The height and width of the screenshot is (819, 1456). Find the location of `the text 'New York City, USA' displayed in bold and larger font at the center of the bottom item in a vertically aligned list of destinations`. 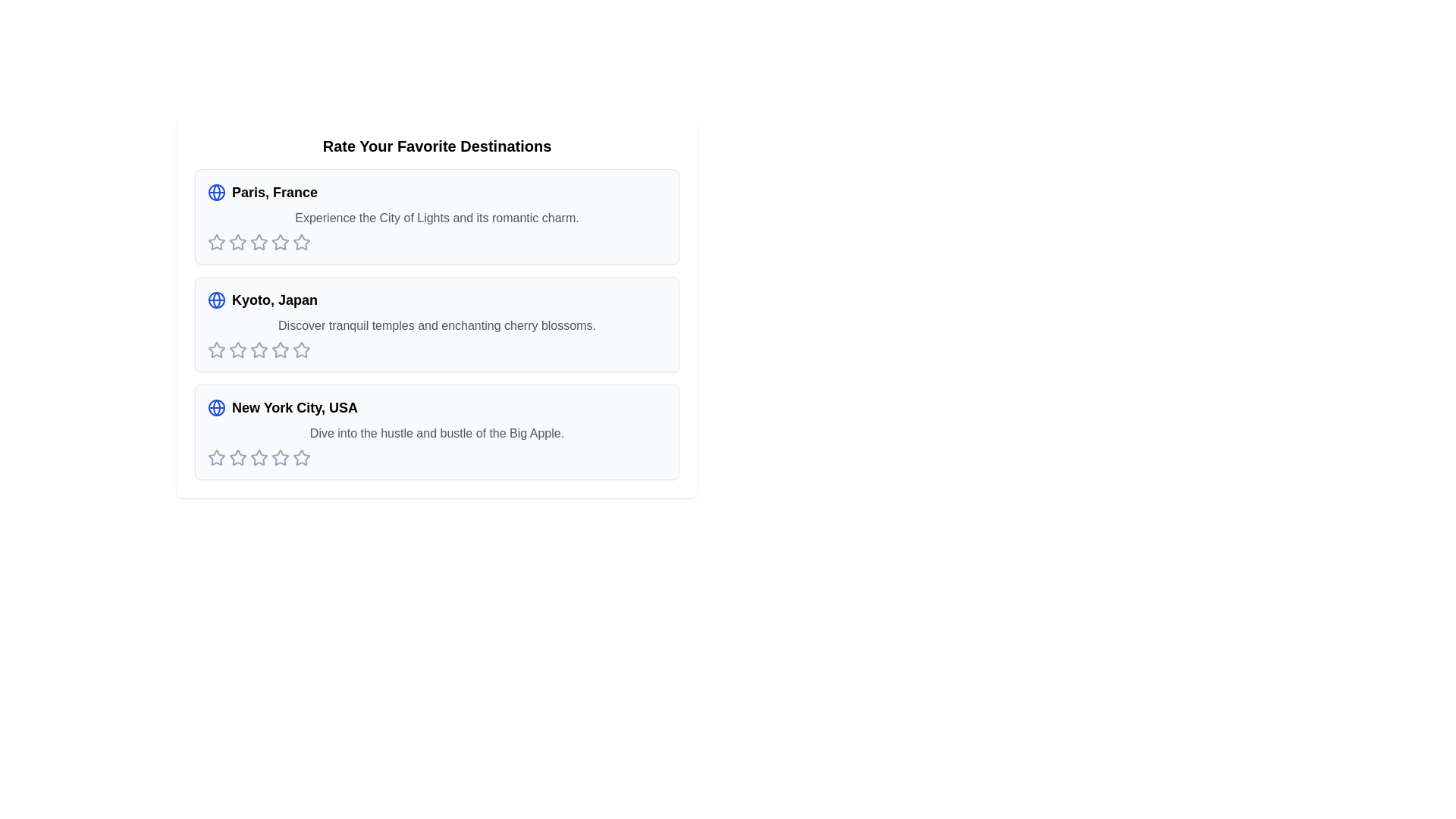

the text 'New York City, USA' displayed in bold and larger font at the center of the bottom item in a vertically aligned list of destinations is located at coordinates (294, 406).